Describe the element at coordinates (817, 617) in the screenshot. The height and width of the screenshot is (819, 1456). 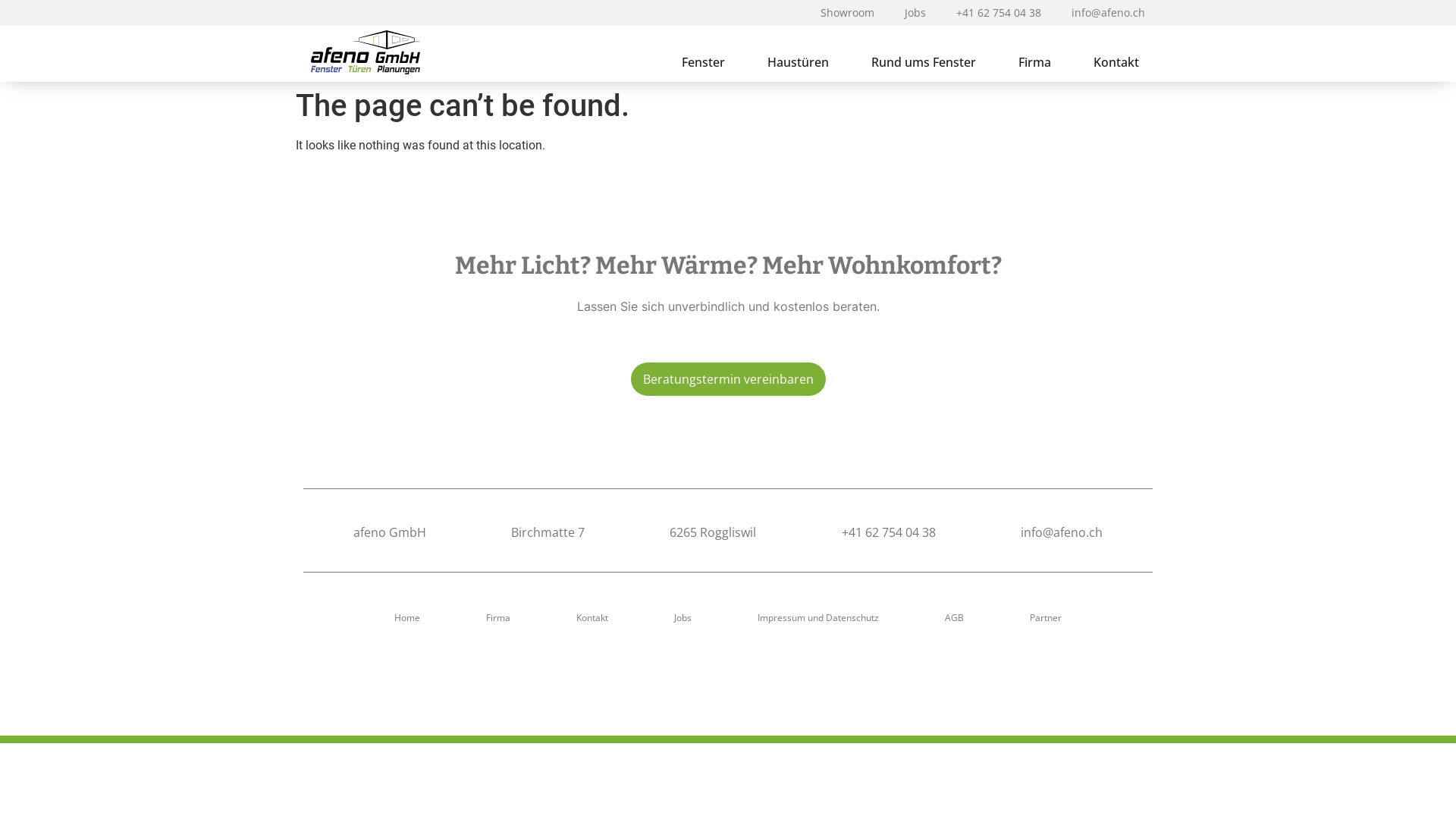
I see `'Impressum und Datenschutz'` at that location.